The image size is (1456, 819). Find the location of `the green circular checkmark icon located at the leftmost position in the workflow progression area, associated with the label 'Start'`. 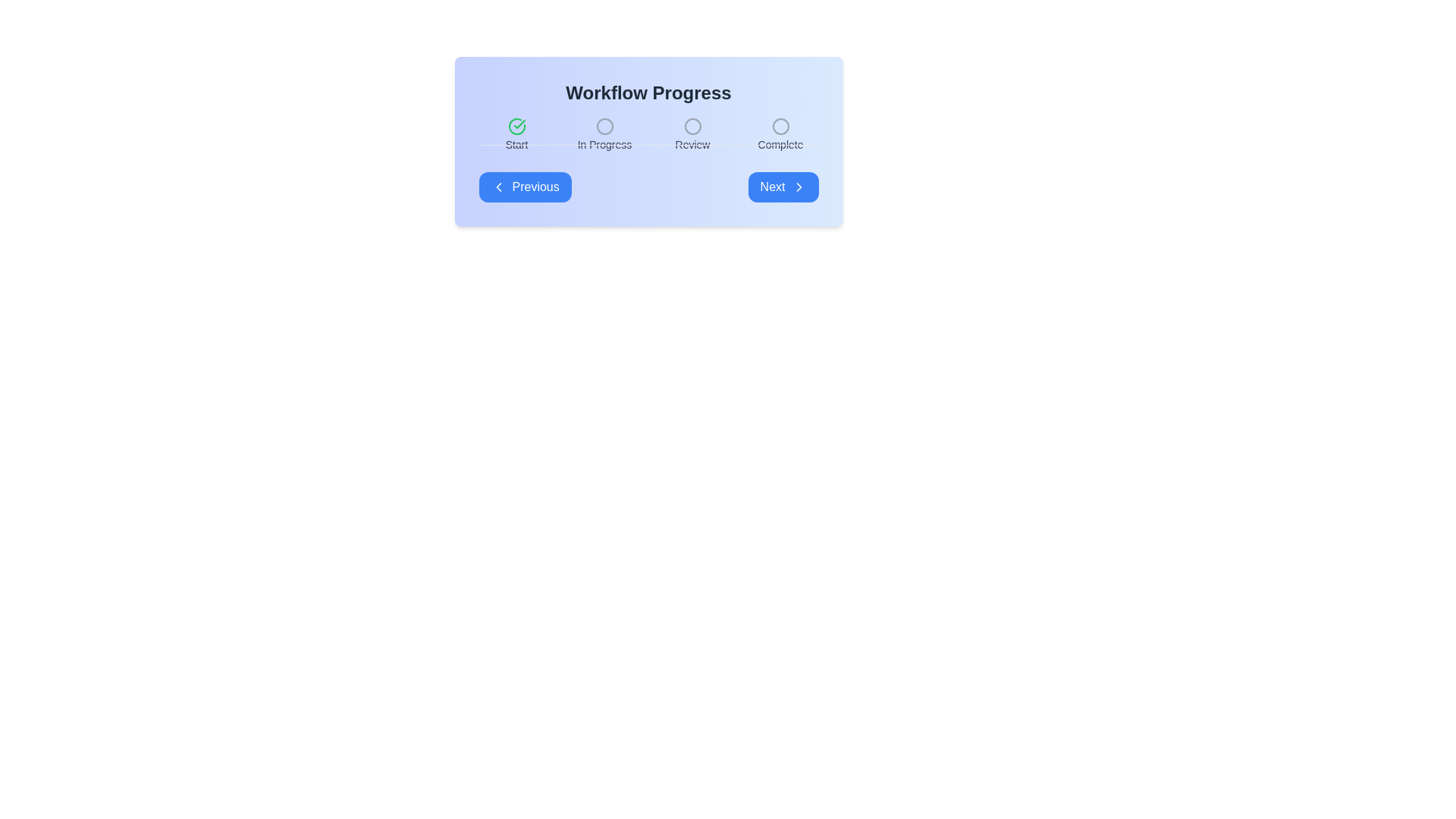

the green circular checkmark icon located at the leftmost position in the workflow progression area, associated with the label 'Start' is located at coordinates (516, 125).